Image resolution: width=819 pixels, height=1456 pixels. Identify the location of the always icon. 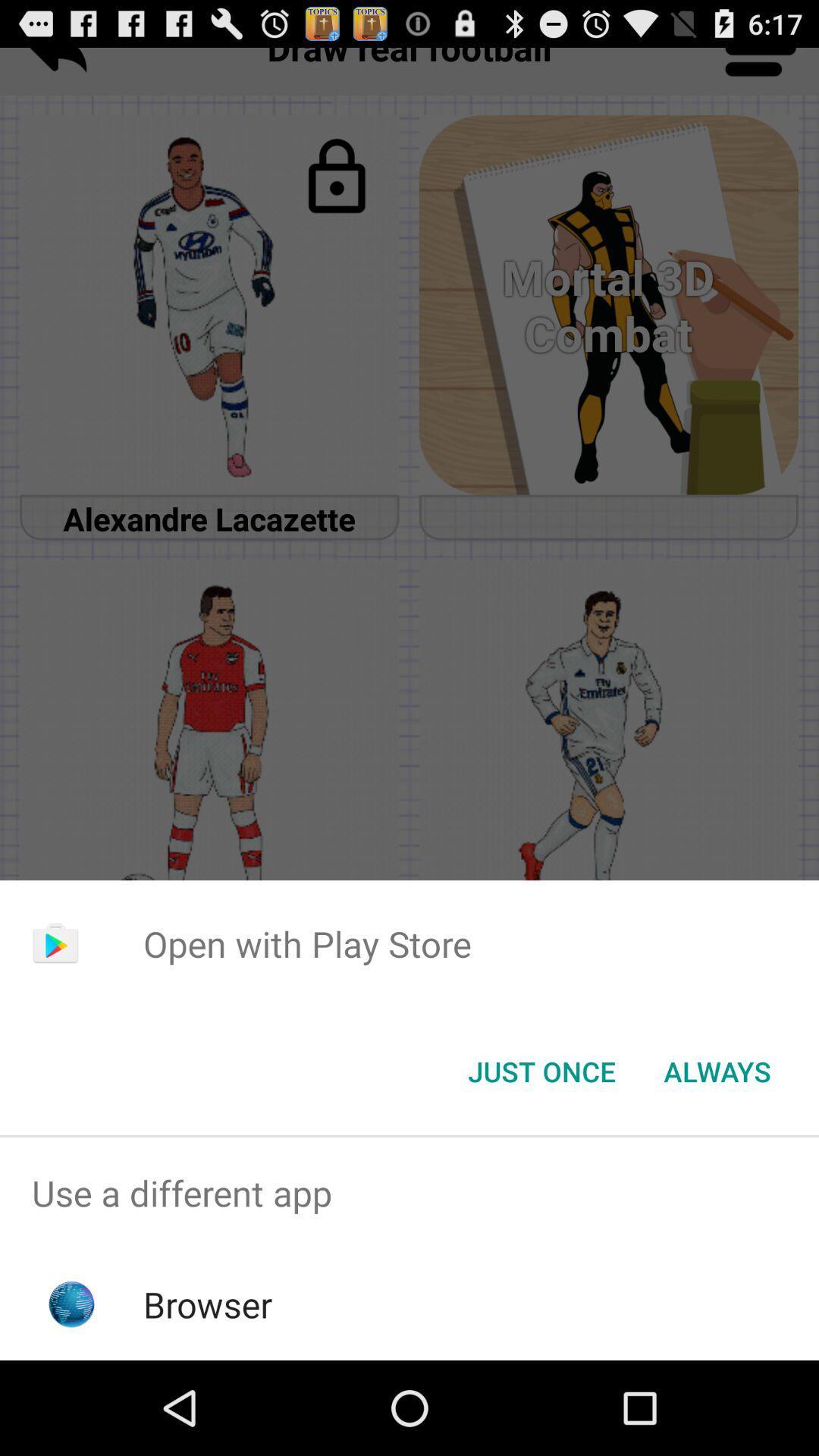
(717, 1070).